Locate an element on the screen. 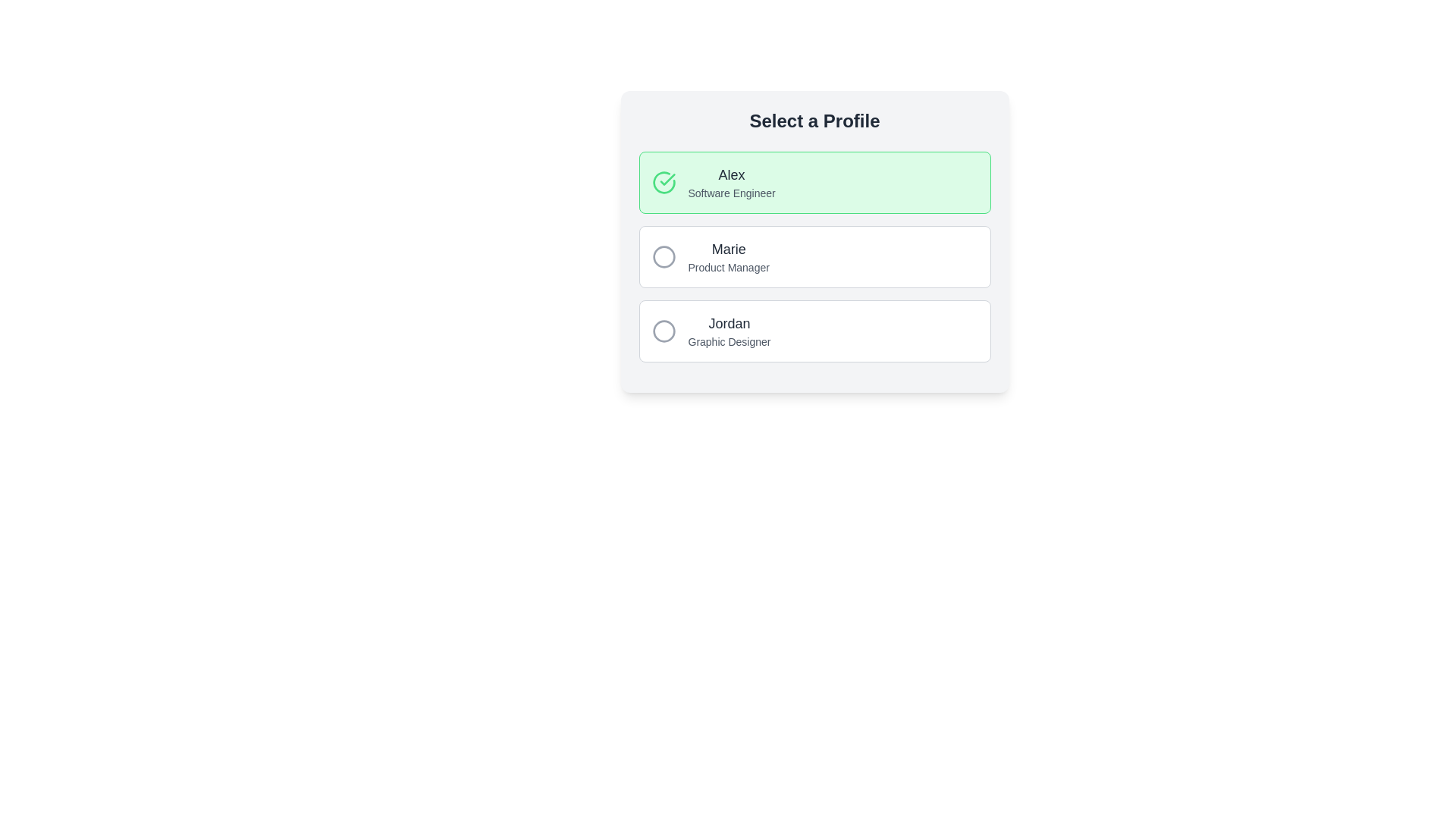 Image resolution: width=1456 pixels, height=819 pixels. the Text Label displaying 'Alex' in a large, bold font, which is part of the selected option in the profile selection interface is located at coordinates (732, 174).